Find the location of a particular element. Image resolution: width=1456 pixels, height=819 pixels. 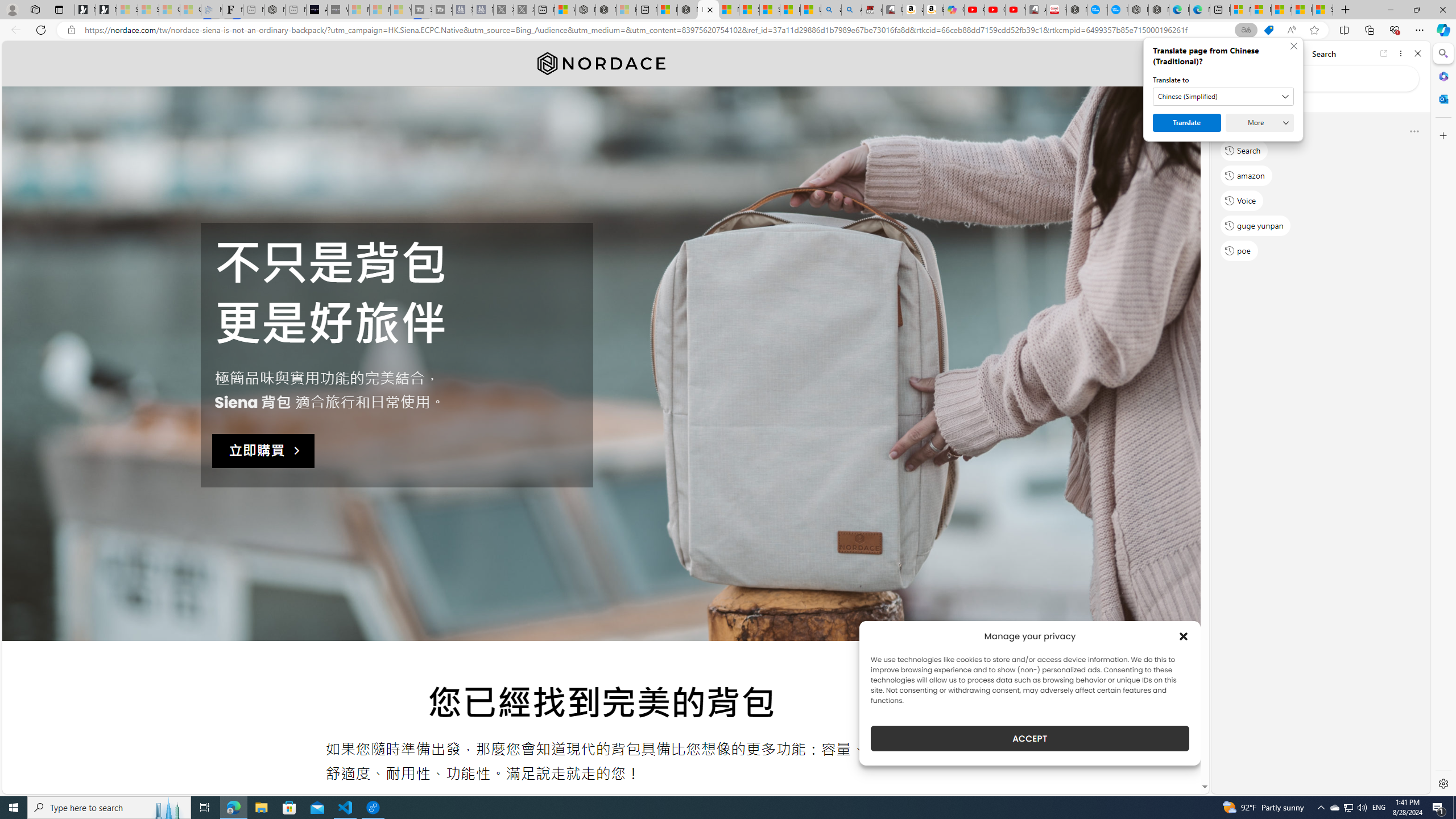

'Home' is located at coordinates (1261, 53).